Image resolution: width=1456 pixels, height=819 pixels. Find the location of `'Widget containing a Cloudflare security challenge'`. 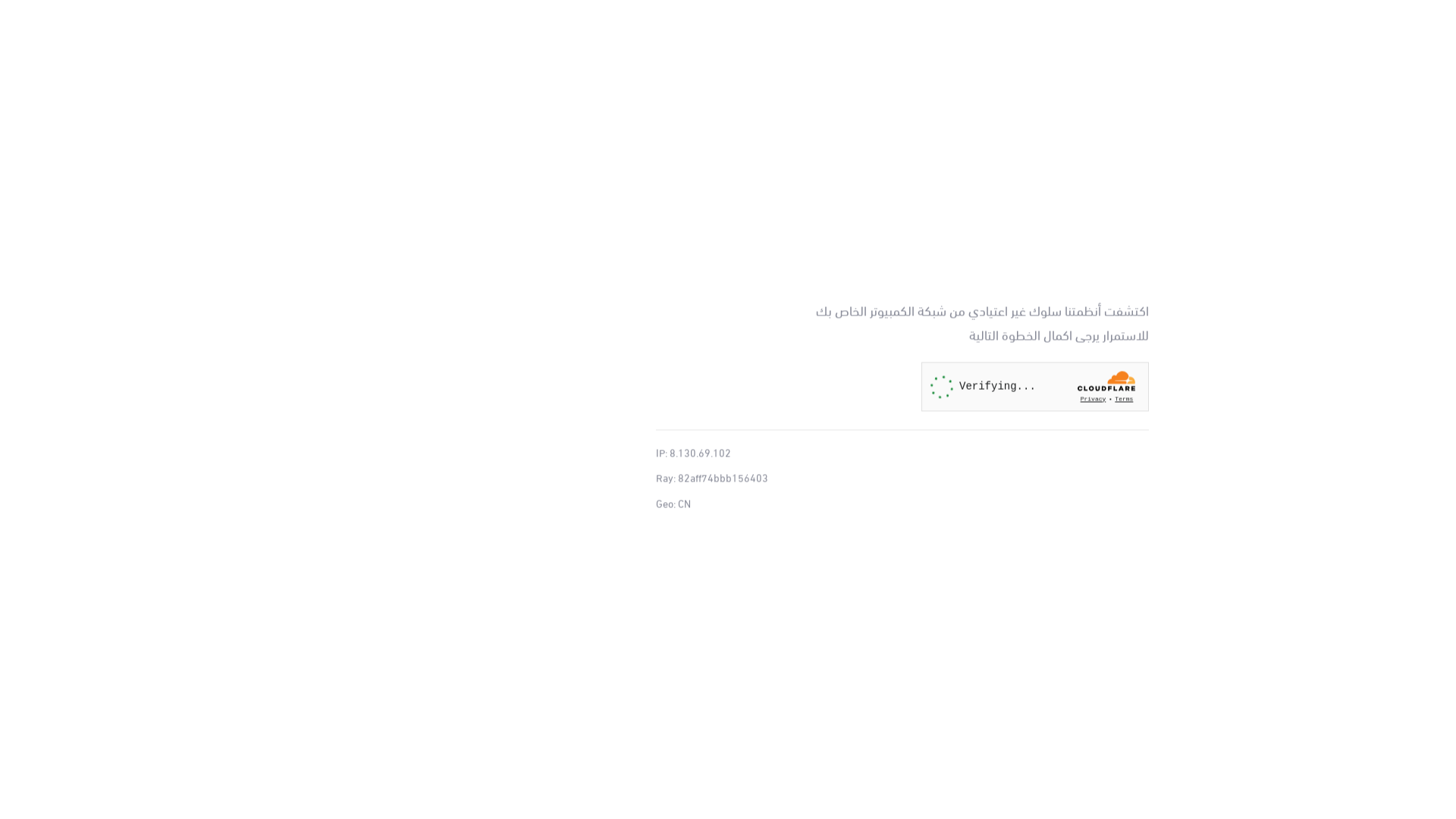

'Widget containing a Cloudflare security challenge' is located at coordinates (1034, 385).